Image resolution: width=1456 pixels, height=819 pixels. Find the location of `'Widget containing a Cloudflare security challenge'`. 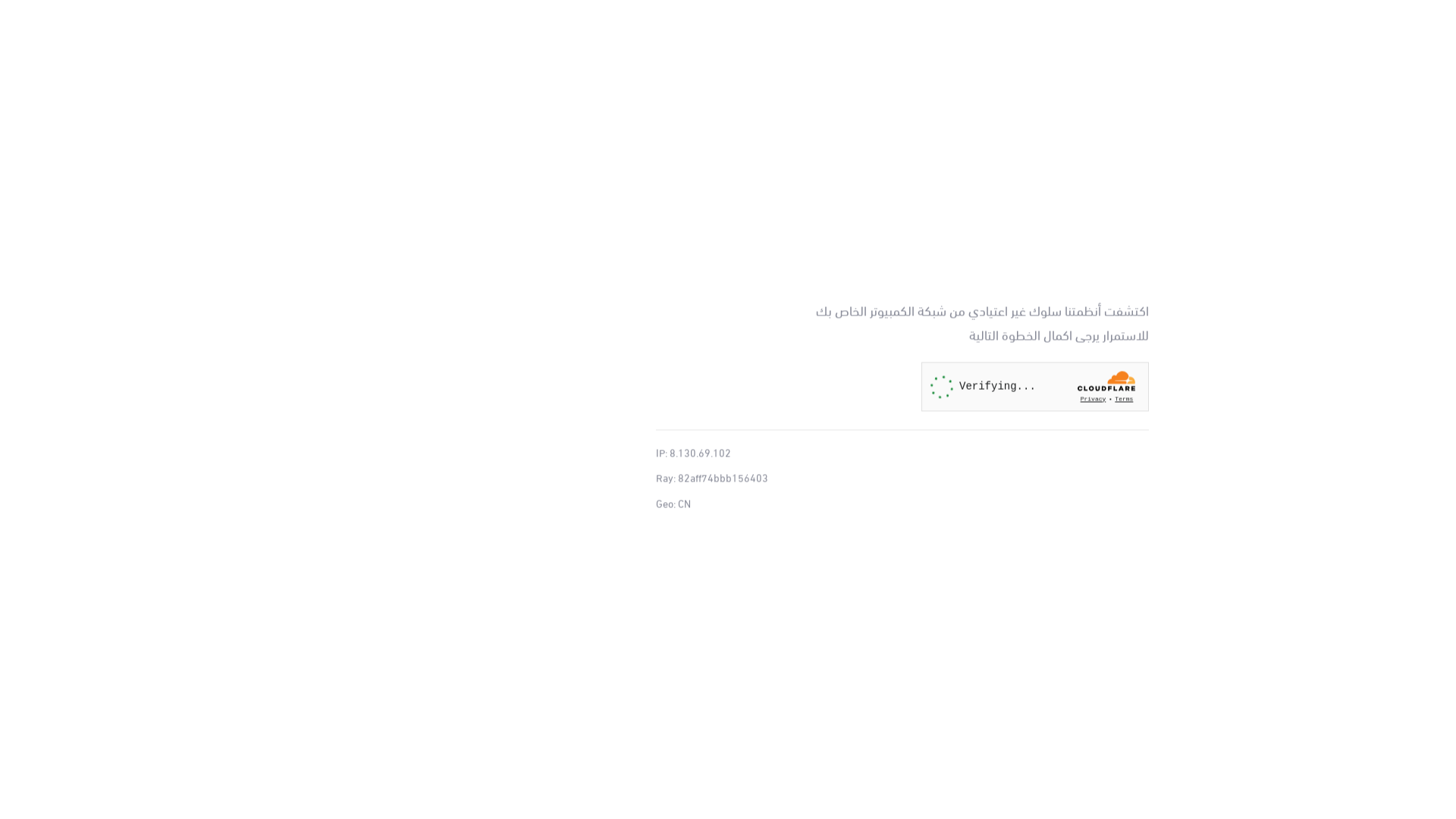

'Widget containing a Cloudflare security challenge' is located at coordinates (1034, 385).